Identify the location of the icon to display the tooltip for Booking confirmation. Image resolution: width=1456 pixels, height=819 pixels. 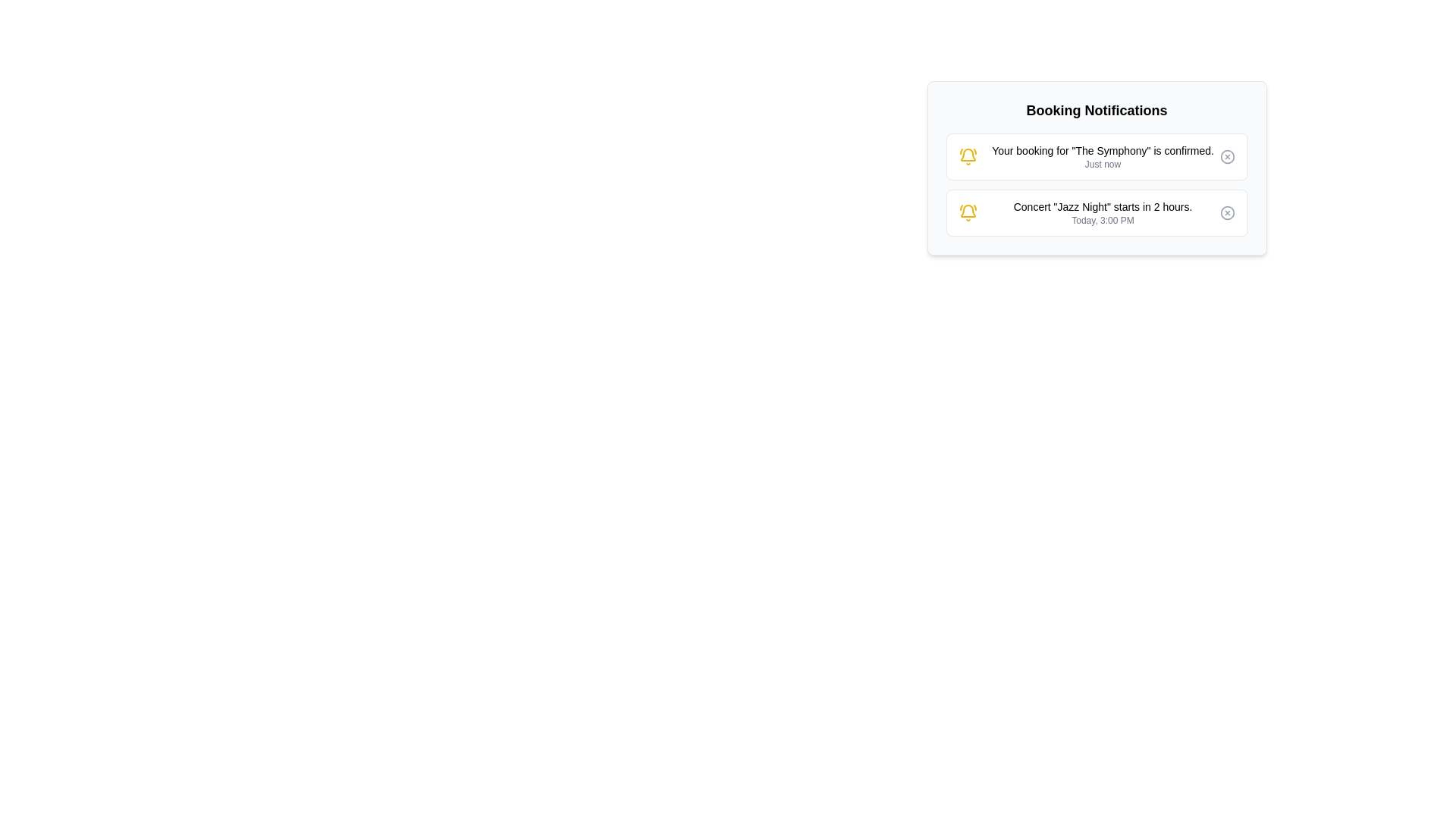
(967, 157).